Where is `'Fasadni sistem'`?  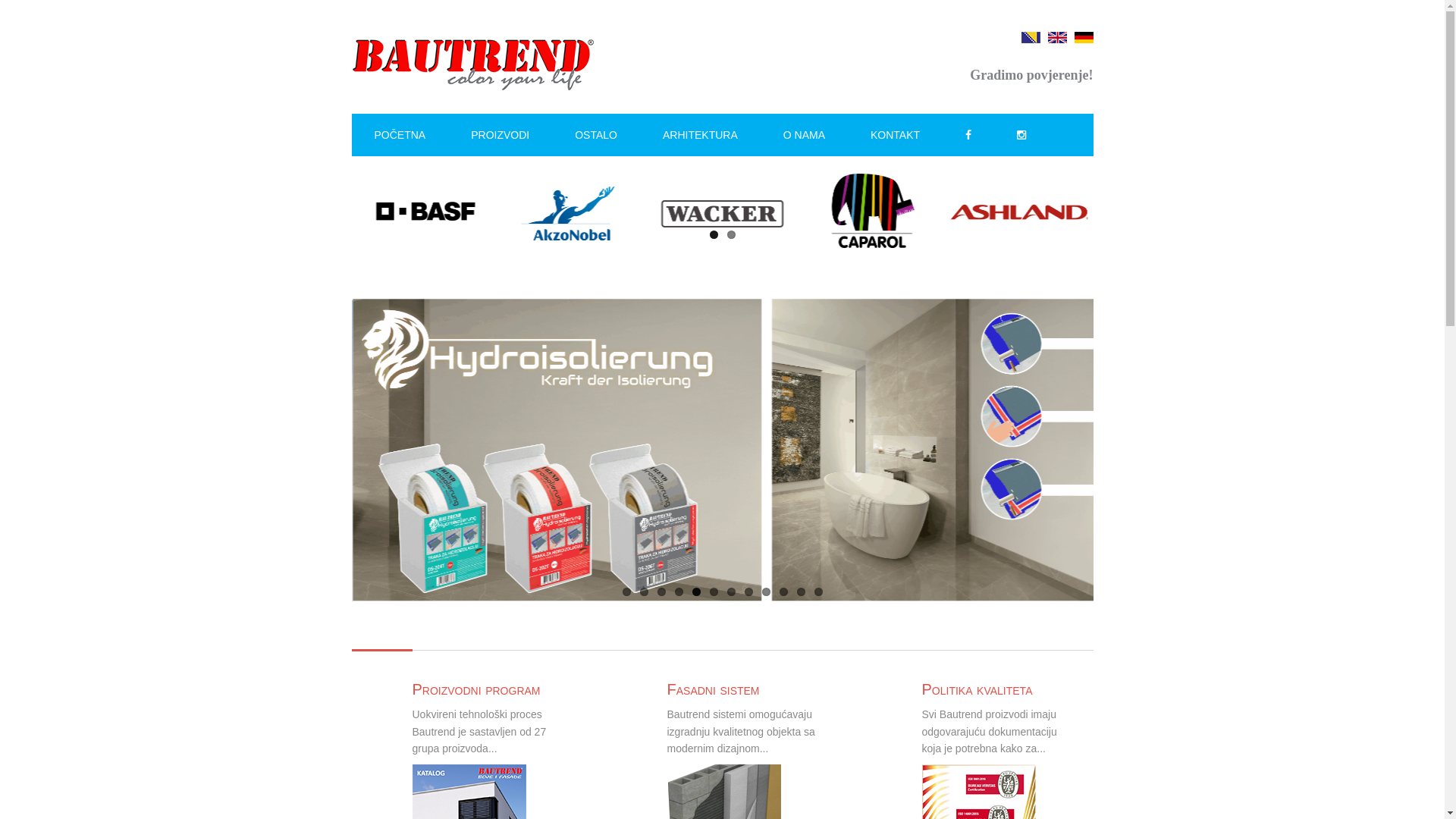
'Fasadni sistem' is located at coordinates (712, 689).